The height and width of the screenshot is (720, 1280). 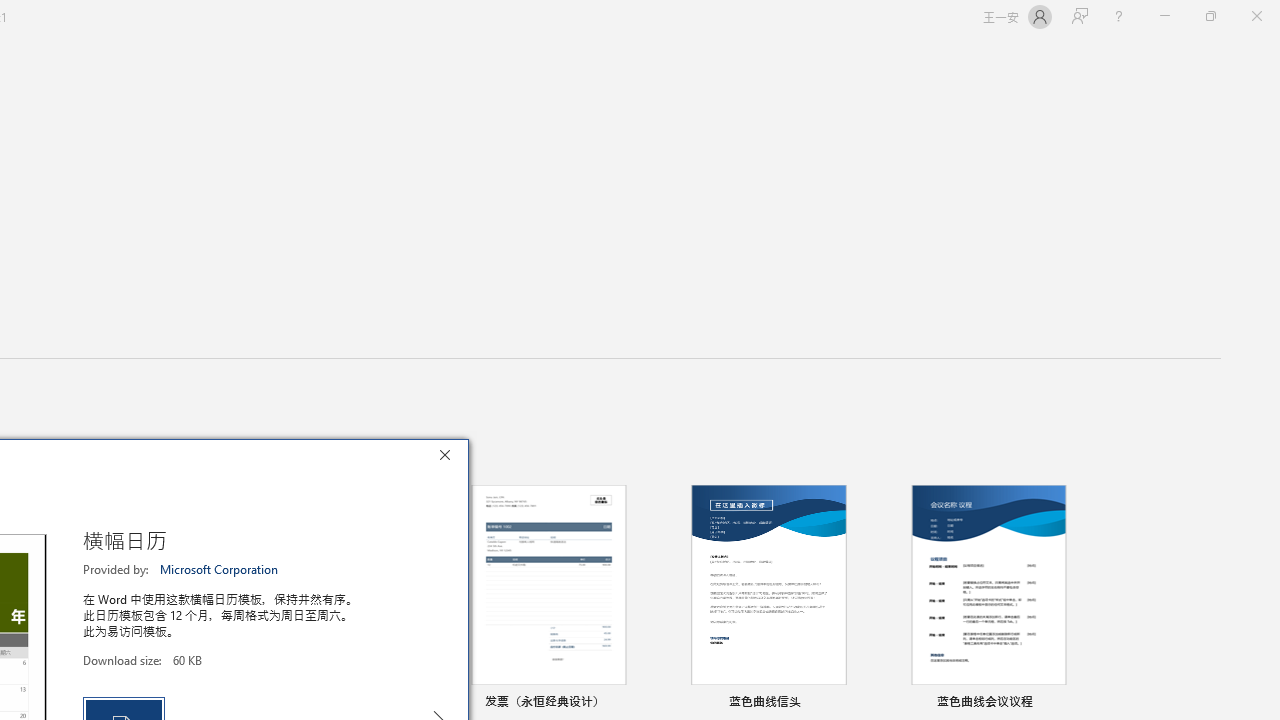 What do you see at coordinates (220, 569) in the screenshot?
I see `'Microsoft Corporation'` at bounding box center [220, 569].